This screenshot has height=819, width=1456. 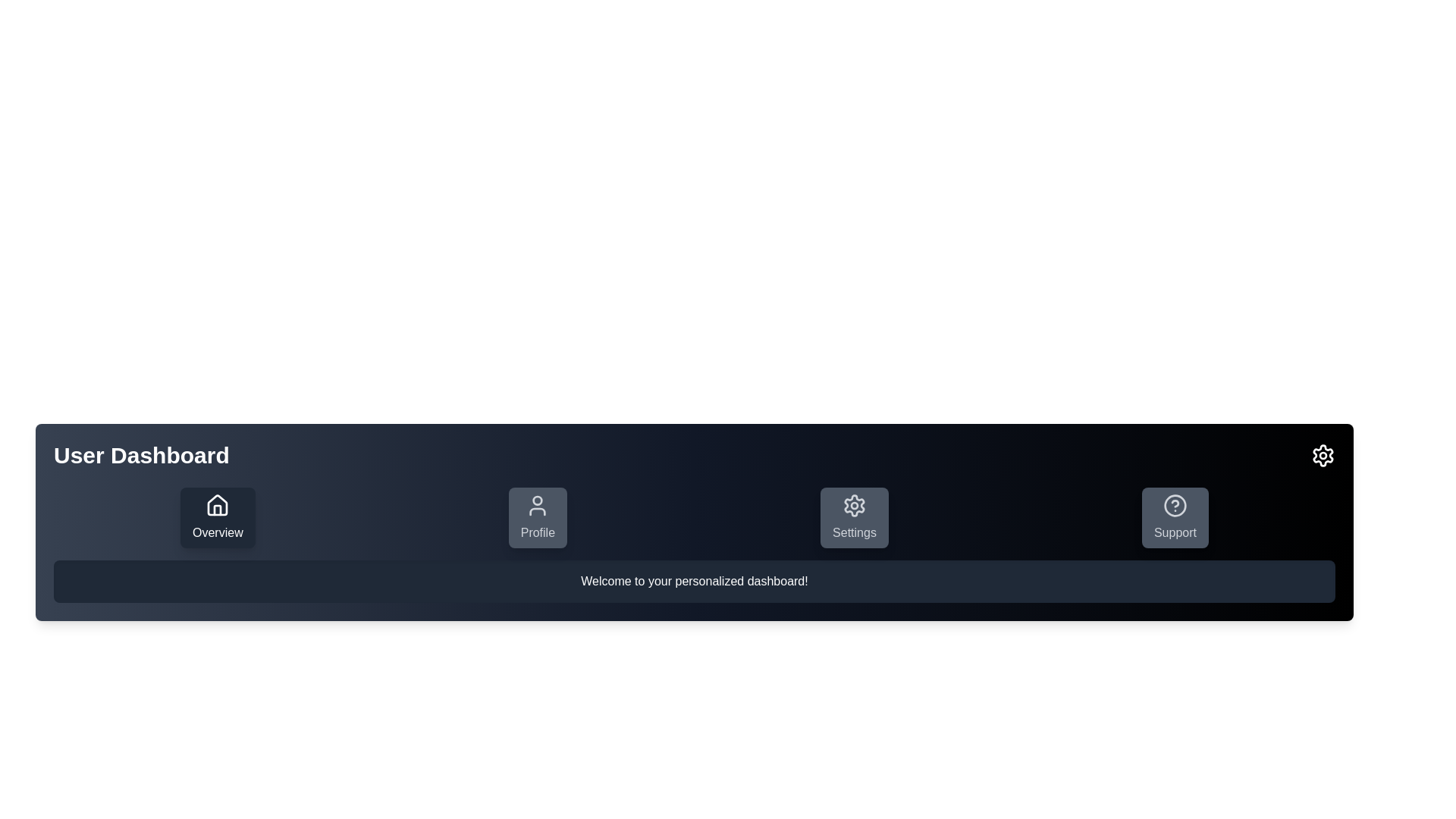 I want to click on the leftmost Label or Text Display element that serves as a title or heading for the interface, so click(x=141, y=455).